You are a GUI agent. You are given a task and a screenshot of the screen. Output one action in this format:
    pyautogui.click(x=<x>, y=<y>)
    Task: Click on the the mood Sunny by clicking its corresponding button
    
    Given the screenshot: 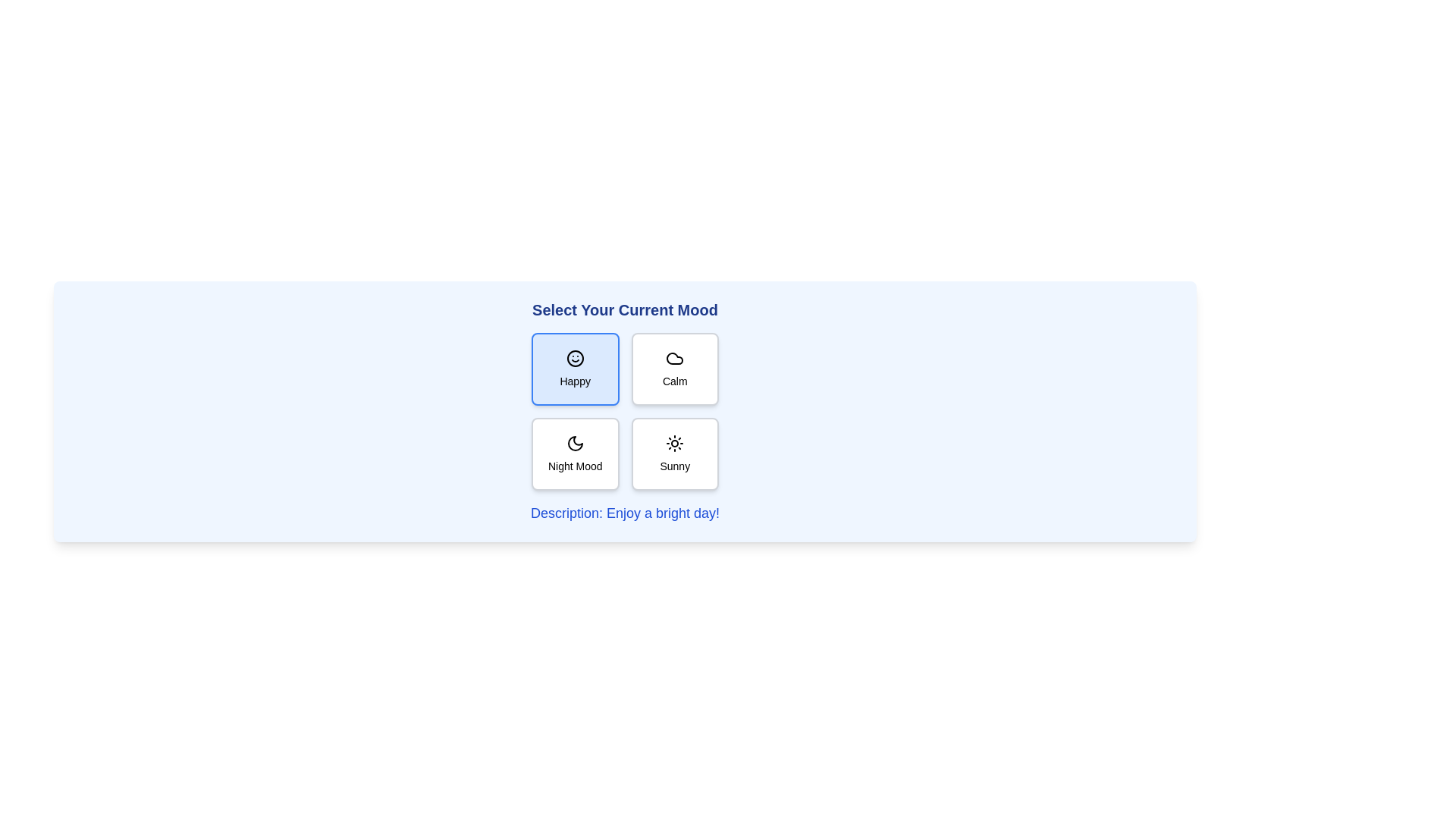 What is the action you would take?
    pyautogui.click(x=674, y=453)
    